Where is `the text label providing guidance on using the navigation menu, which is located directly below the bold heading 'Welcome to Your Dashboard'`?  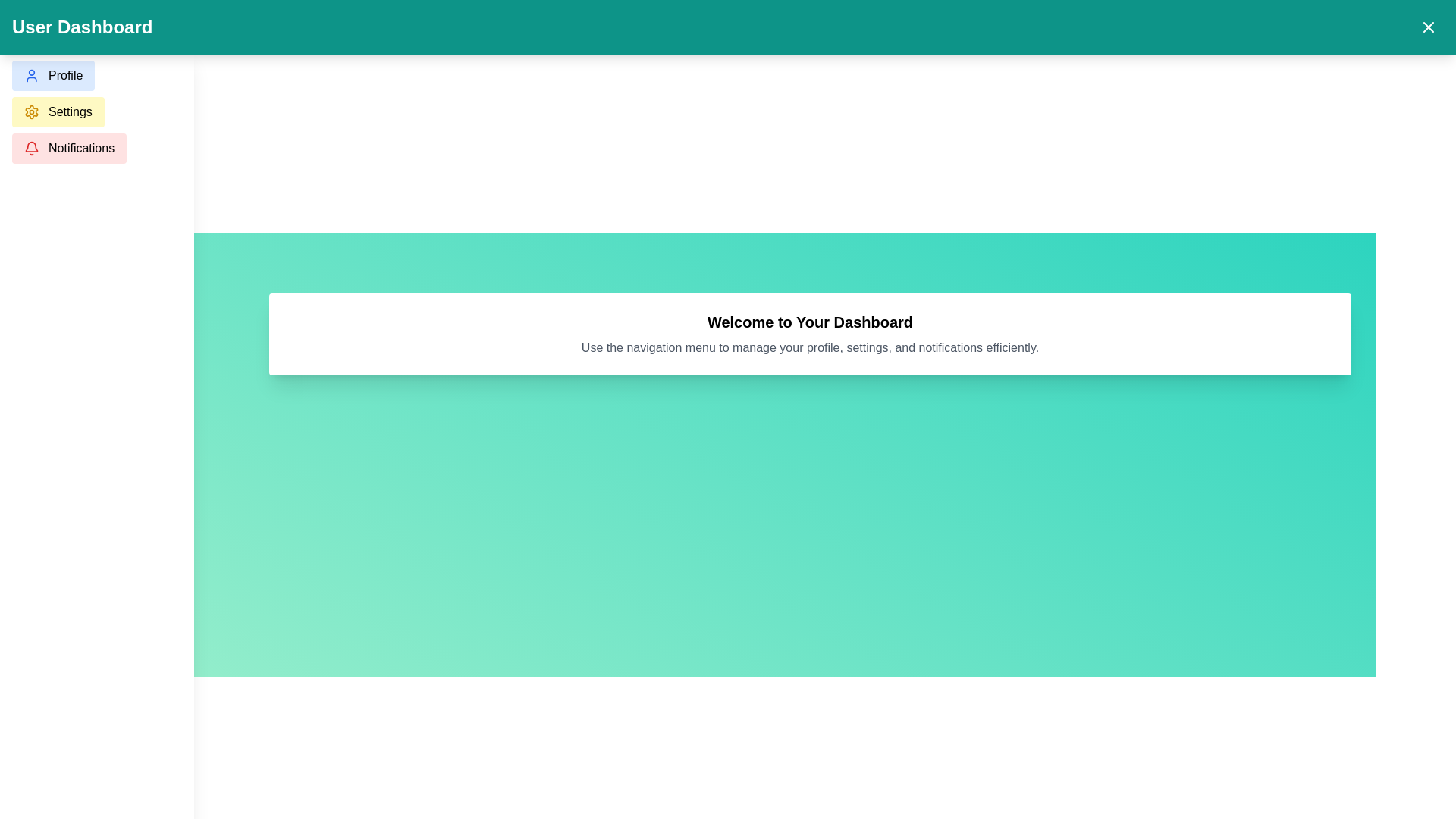
the text label providing guidance on using the navigation menu, which is located directly below the bold heading 'Welcome to Your Dashboard' is located at coordinates (809, 348).